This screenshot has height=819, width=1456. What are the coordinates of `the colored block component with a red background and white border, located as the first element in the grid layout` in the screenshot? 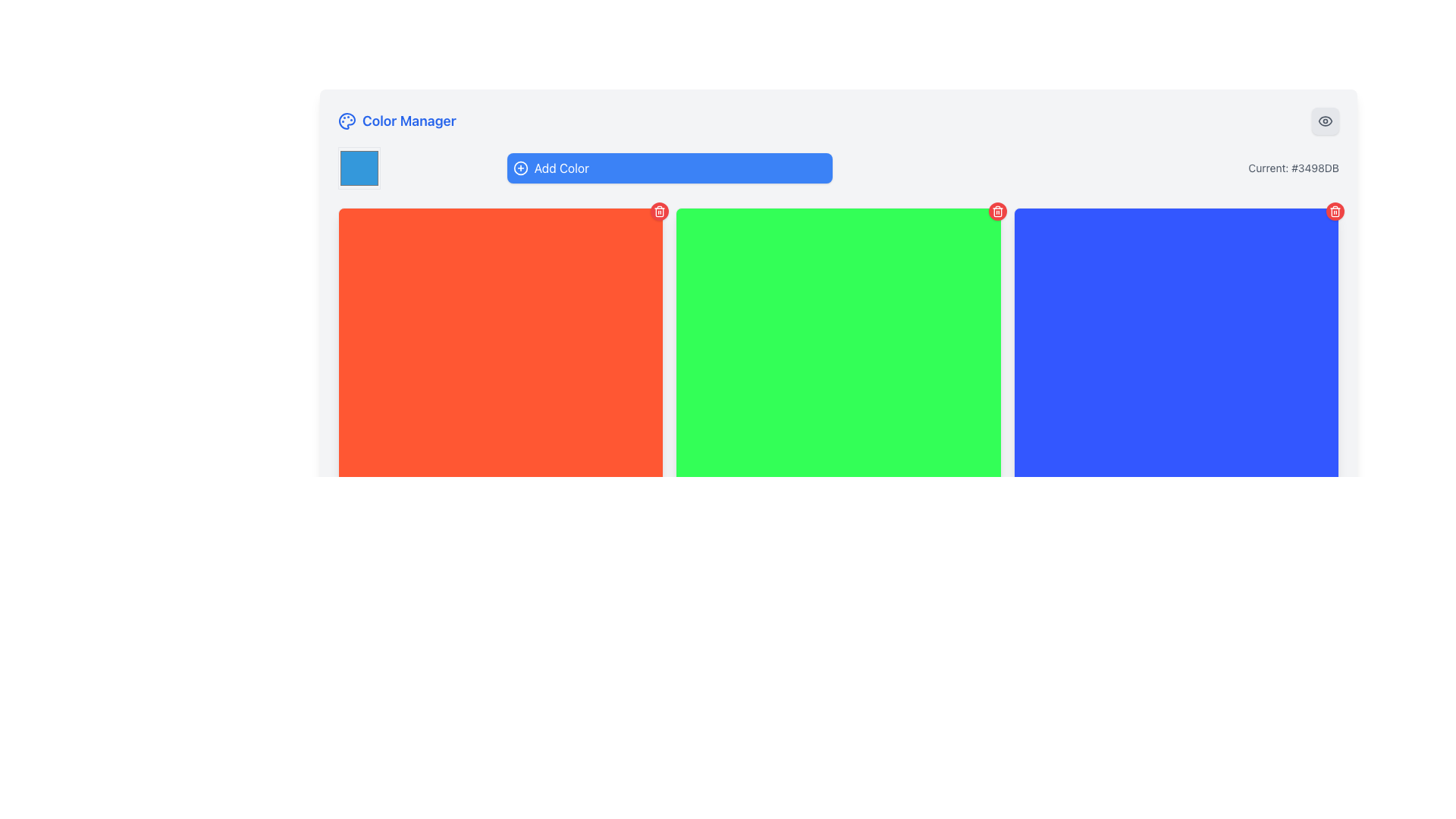 It's located at (500, 370).